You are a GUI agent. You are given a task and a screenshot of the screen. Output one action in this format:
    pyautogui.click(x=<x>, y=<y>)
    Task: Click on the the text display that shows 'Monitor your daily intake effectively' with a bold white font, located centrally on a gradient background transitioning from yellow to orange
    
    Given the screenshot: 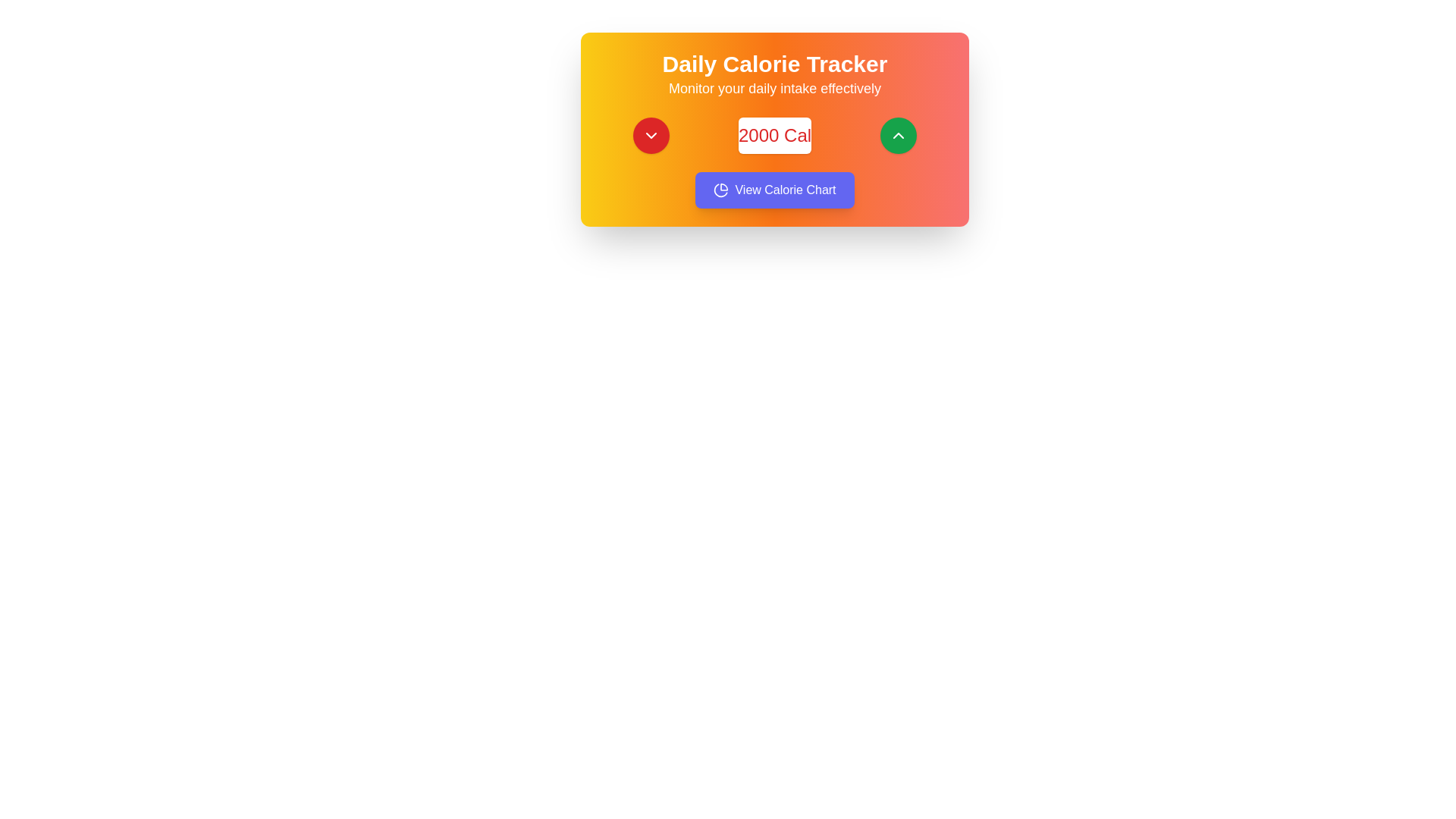 What is the action you would take?
    pyautogui.click(x=775, y=88)
    